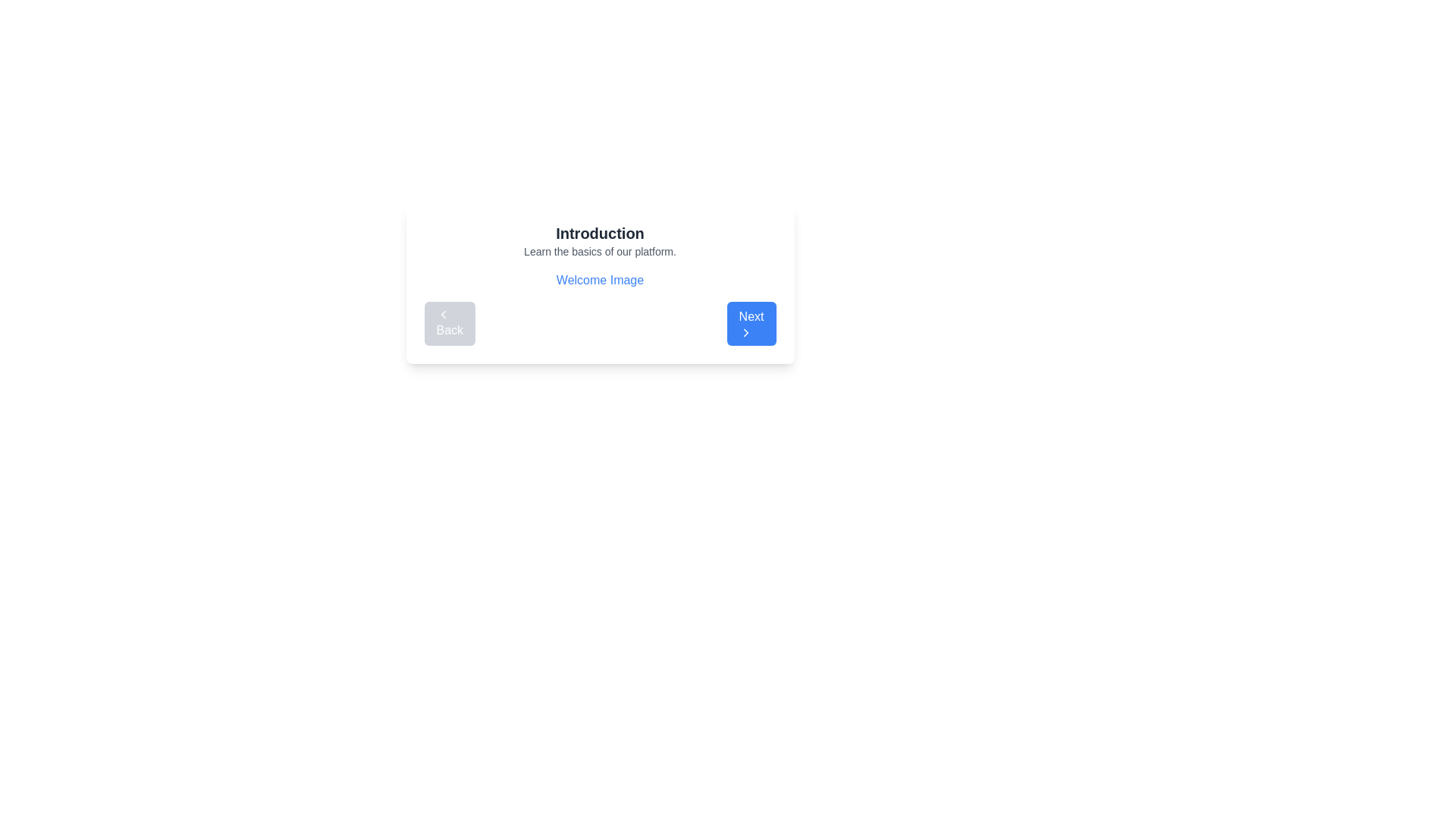 This screenshot has height=819, width=1456. Describe the element at coordinates (599, 240) in the screenshot. I see `informational text from the text block titled 'Introduction' that contains a subtitle 'Learn the basics of our platform.'` at that location.